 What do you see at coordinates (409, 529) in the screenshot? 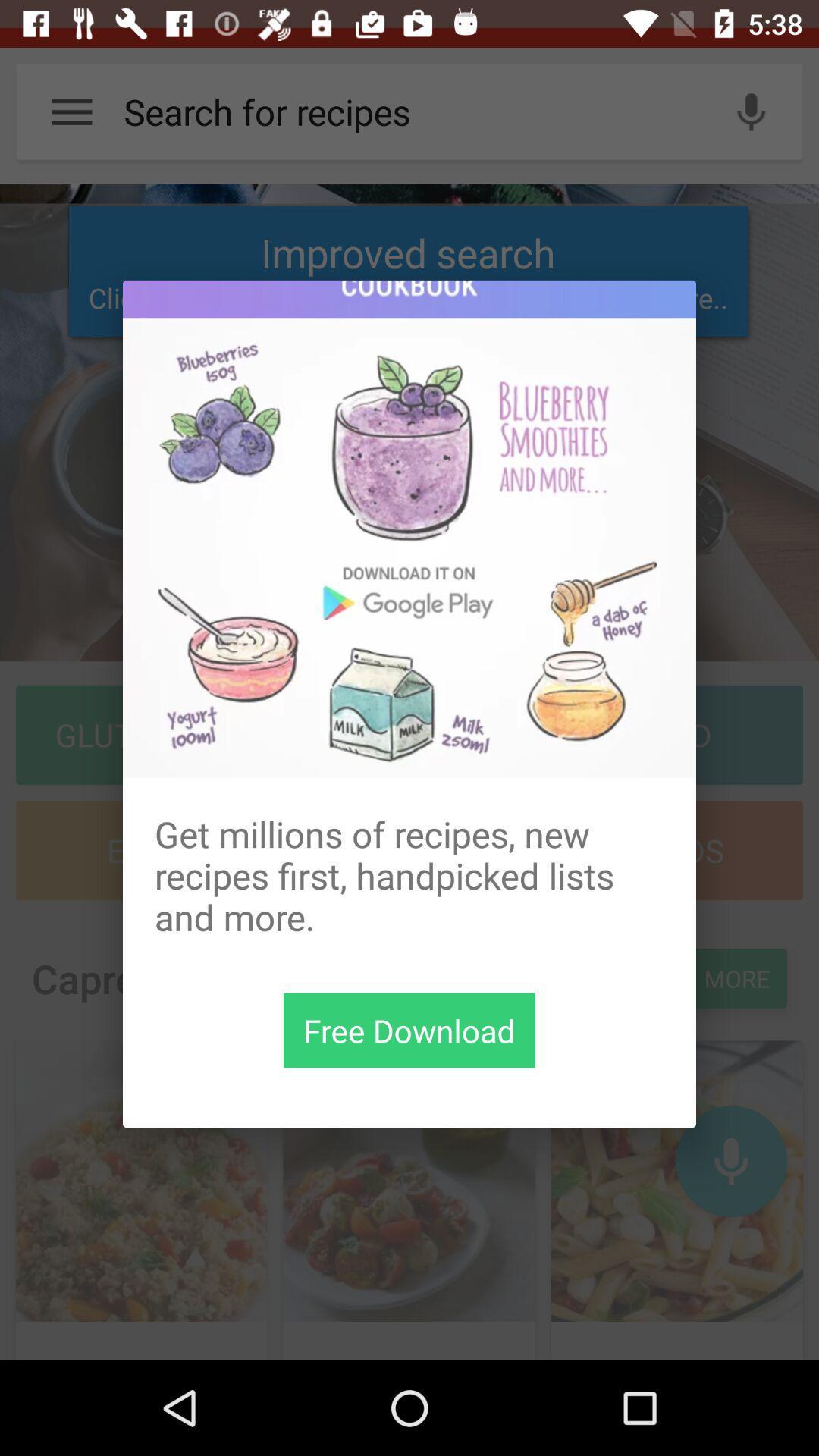
I see `download it on google play` at bounding box center [409, 529].